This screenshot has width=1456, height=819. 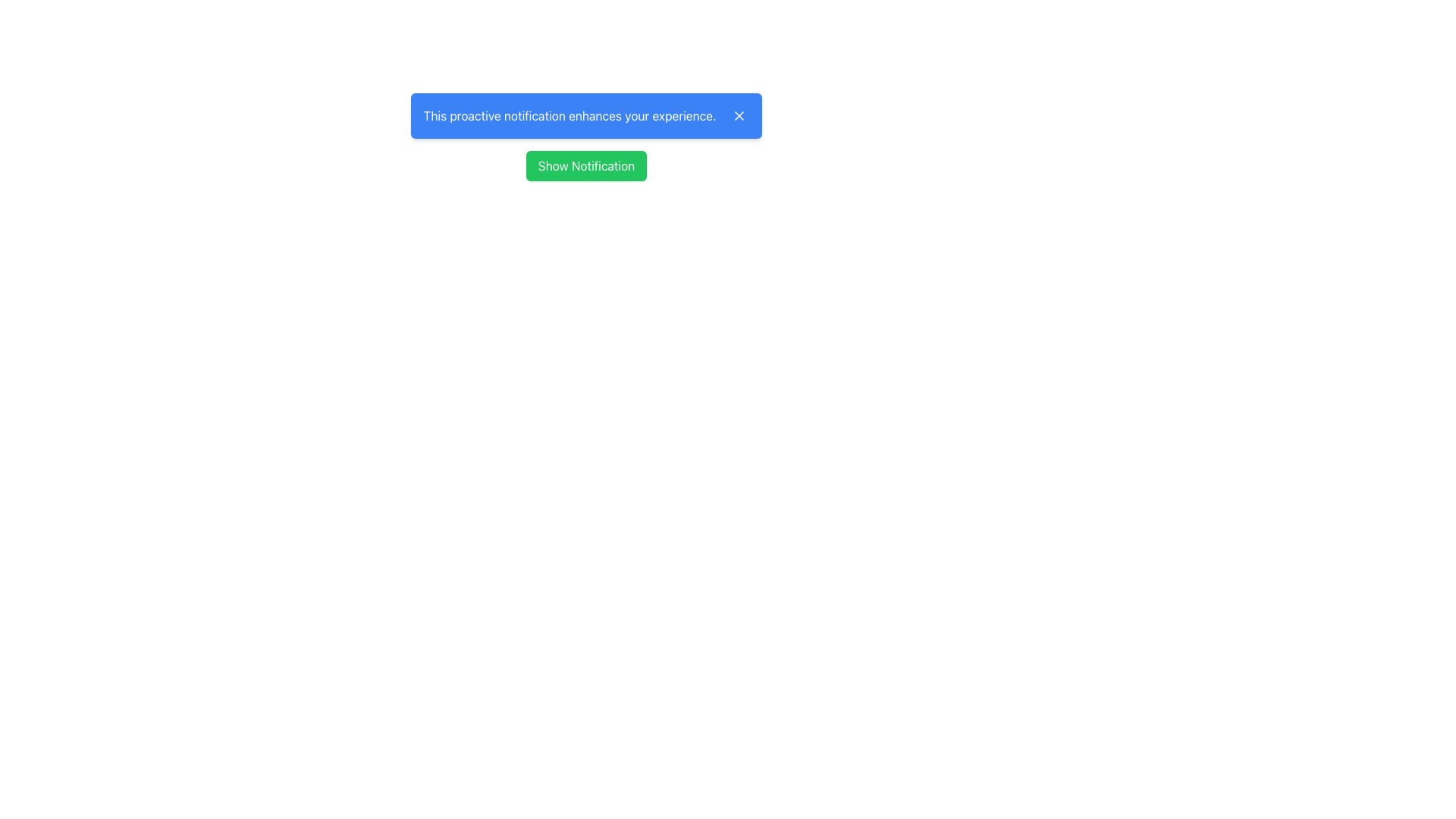 What do you see at coordinates (585, 137) in the screenshot?
I see `the notification box which has a blue background and white text stating 'This proactive notification enhances your experience.'` at bounding box center [585, 137].